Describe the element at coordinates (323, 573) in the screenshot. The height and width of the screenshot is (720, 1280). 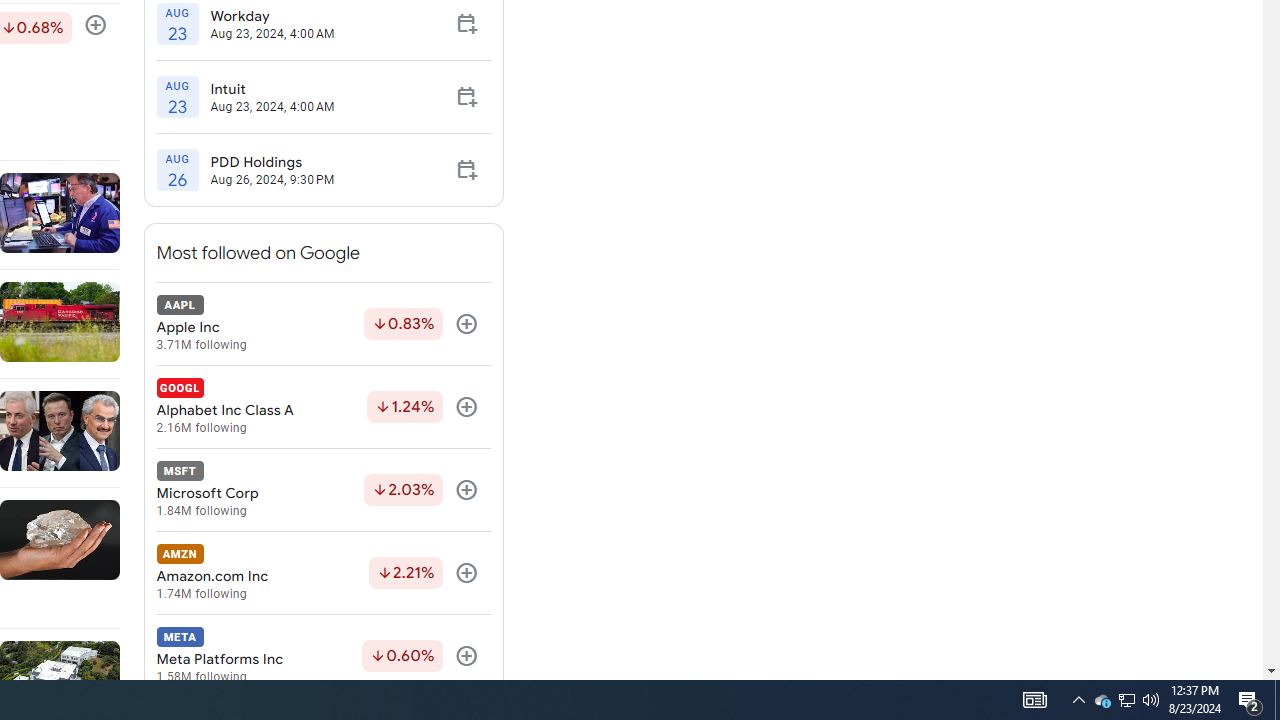
I see `'AMZN Amazon.com Inc 1.74M following Down by 2.21% Follow'` at that location.